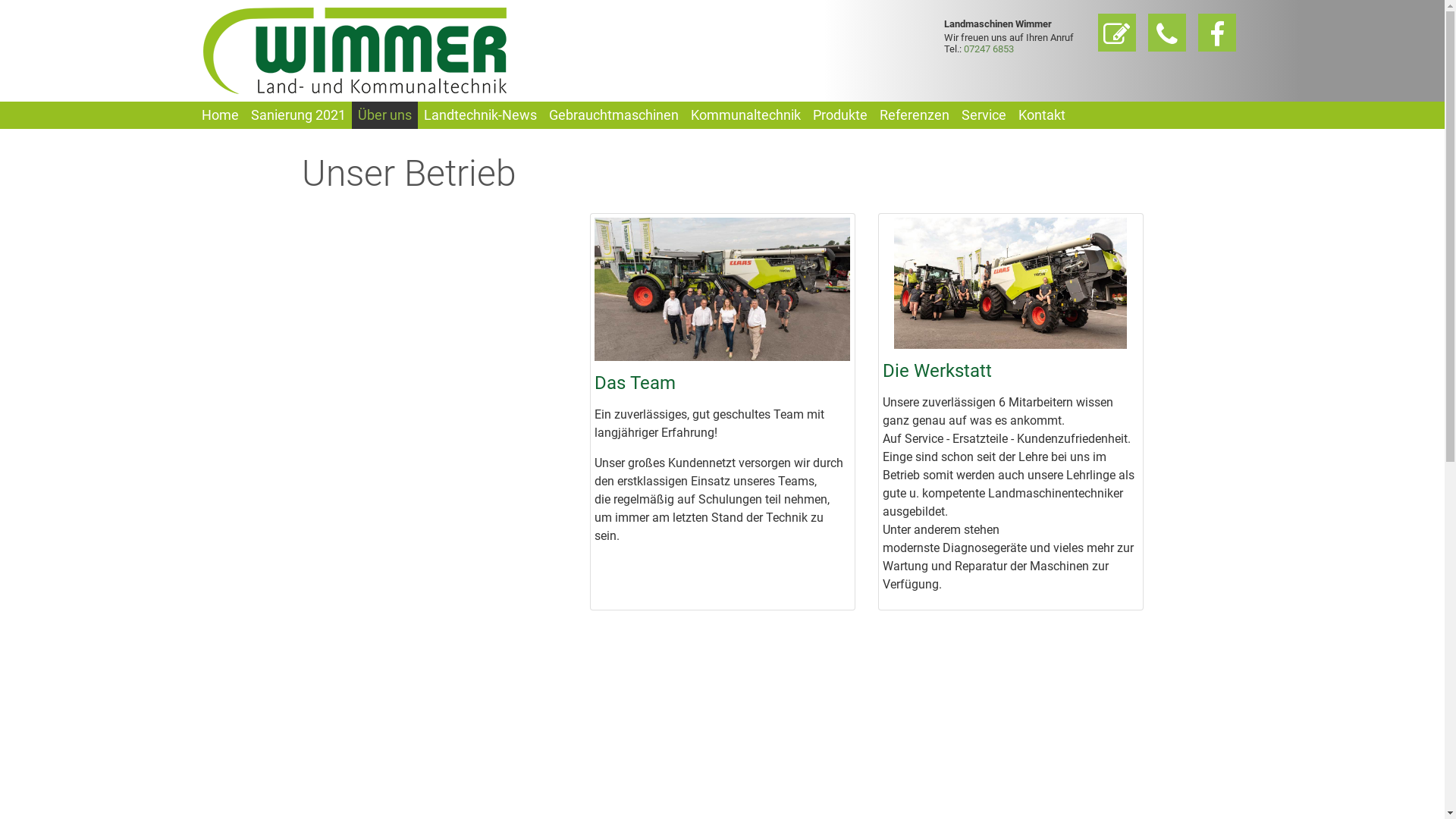 This screenshot has width=1456, height=819. I want to click on 'Gebrauchtmaschinen', so click(613, 114).